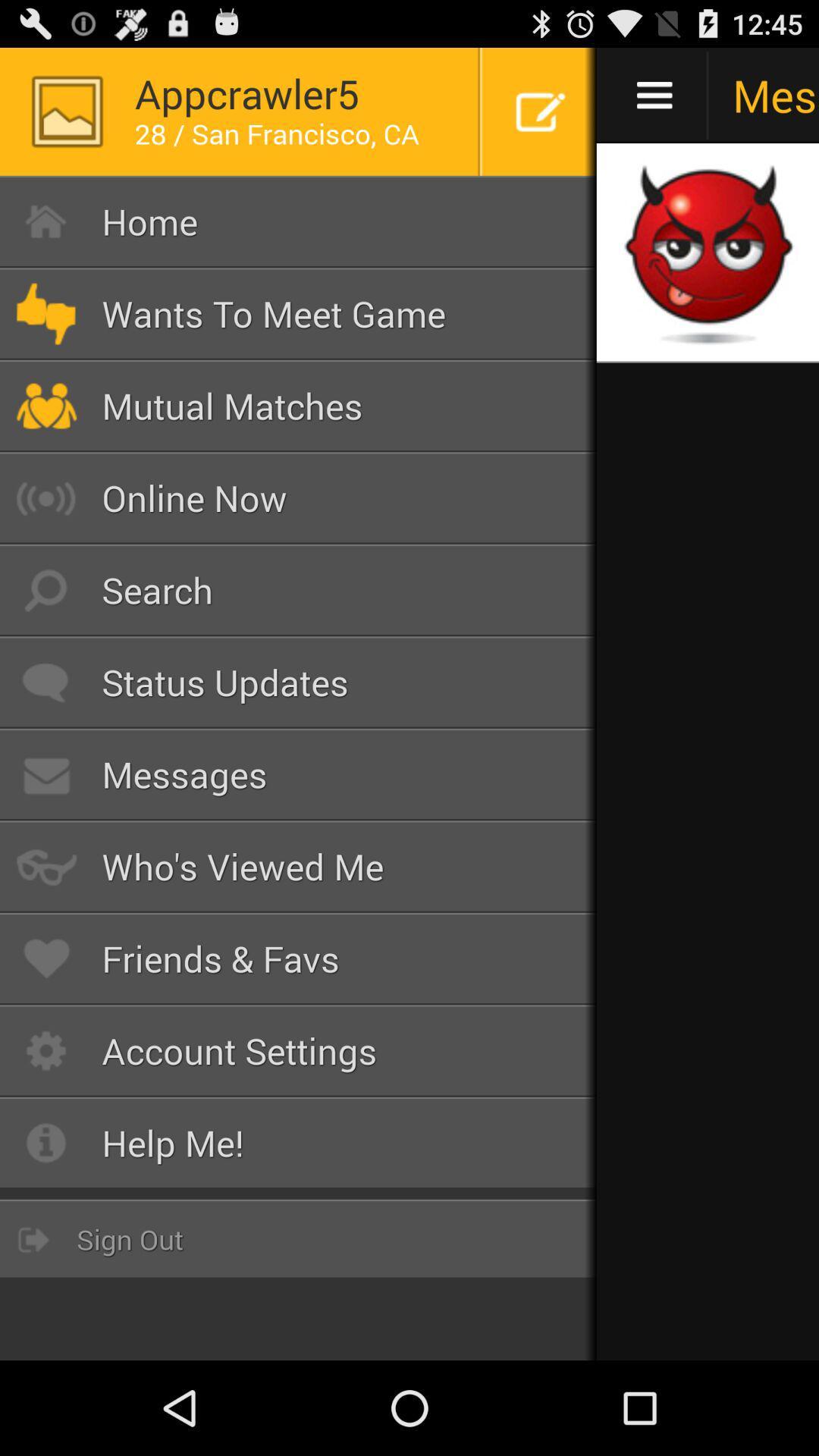 This screenshot has width=819, height=1456. What do you see at coordinates (298, 682) in the screenshot?
I see `status updates` at bounding box center [298, 682].